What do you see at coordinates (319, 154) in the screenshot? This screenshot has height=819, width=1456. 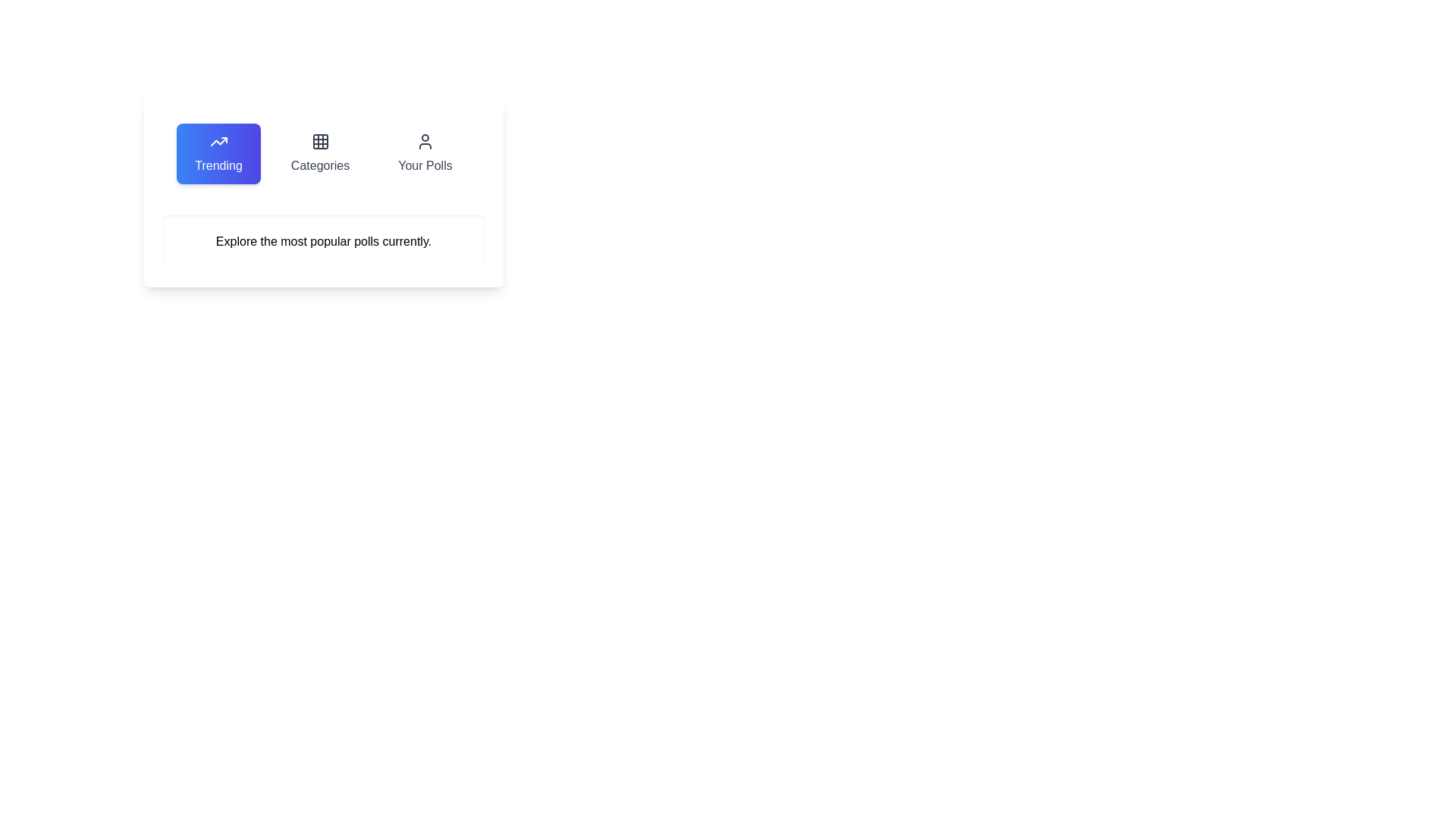 I see `the tab labeled Categories to view its hover effect` at bounding box center [319, 154].